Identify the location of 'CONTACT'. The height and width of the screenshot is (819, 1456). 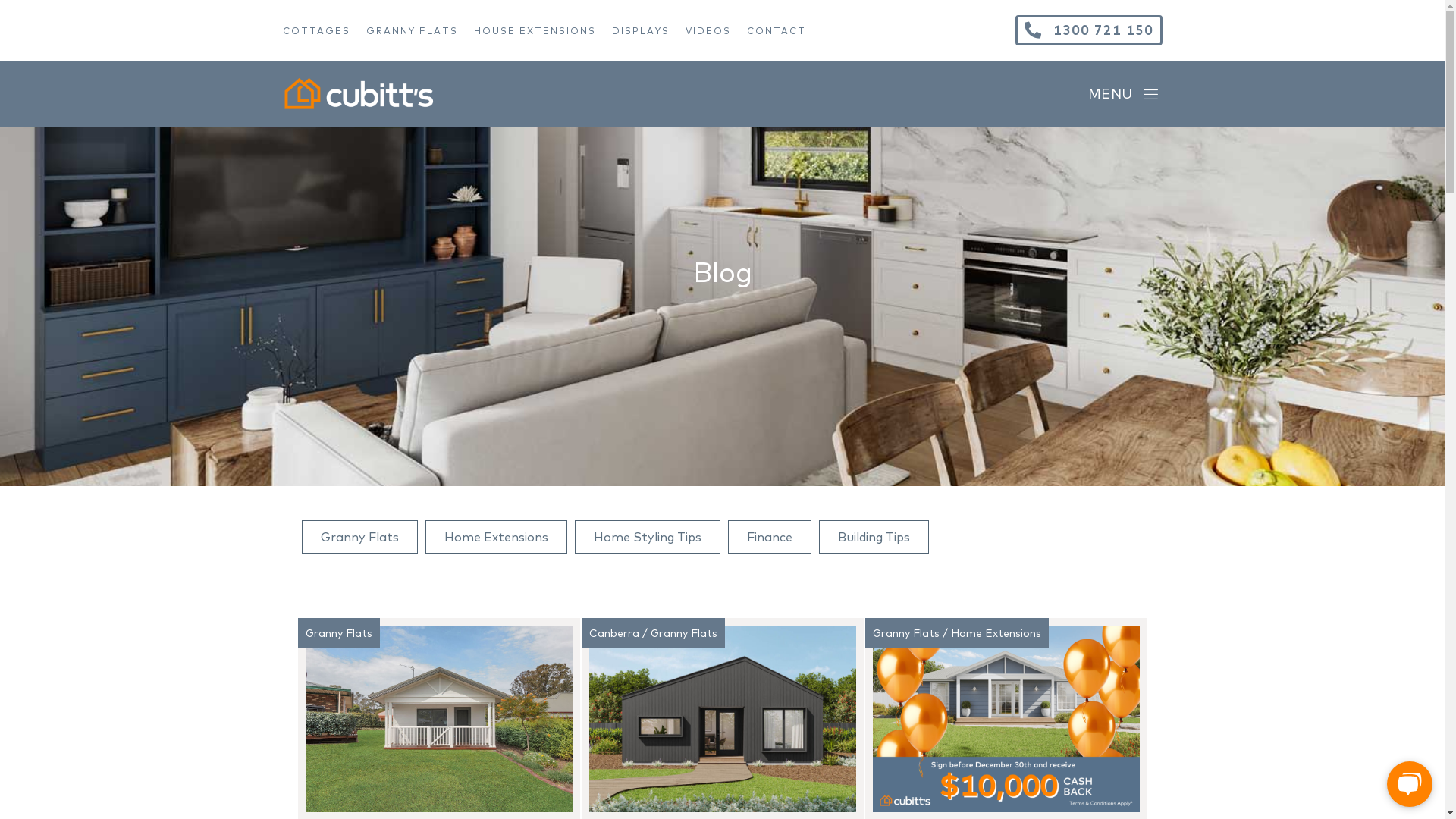
(783, 30).